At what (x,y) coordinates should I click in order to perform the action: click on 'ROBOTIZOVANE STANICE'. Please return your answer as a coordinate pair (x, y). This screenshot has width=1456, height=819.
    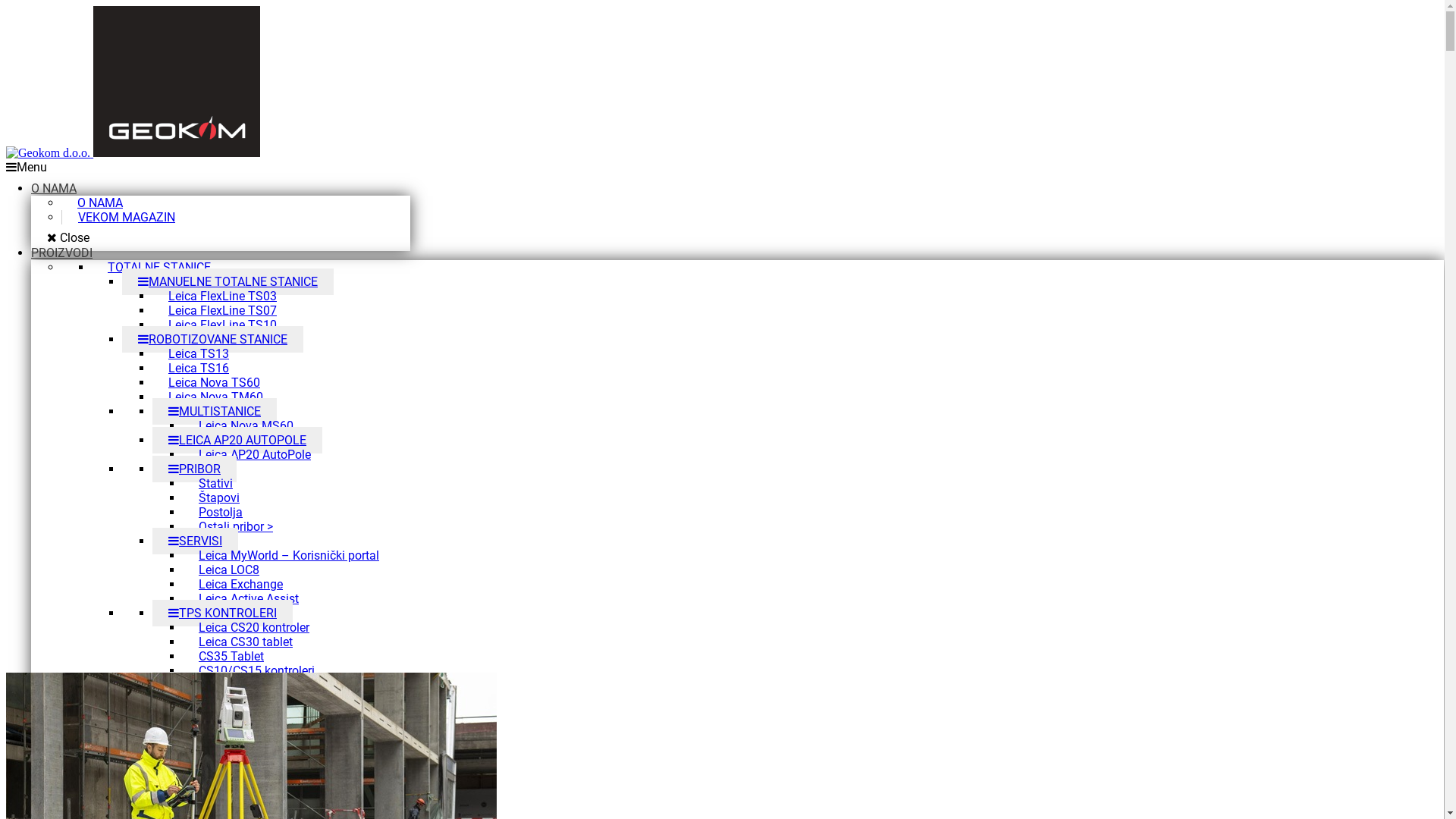
    Looking at the image, I should click on (212, 338).